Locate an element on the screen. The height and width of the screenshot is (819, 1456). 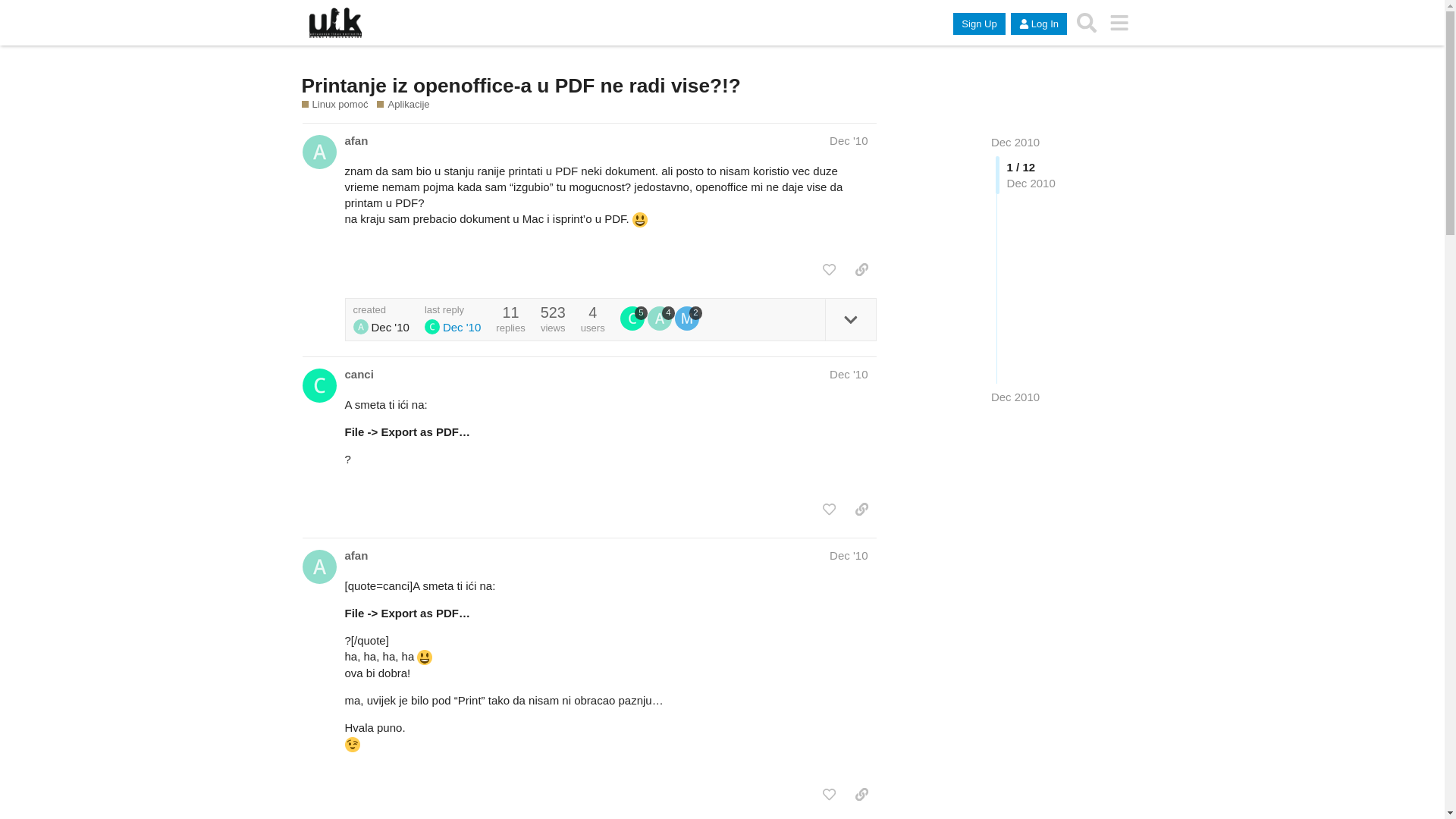
'Dec 2010' is located at coordinates (1015, 142).